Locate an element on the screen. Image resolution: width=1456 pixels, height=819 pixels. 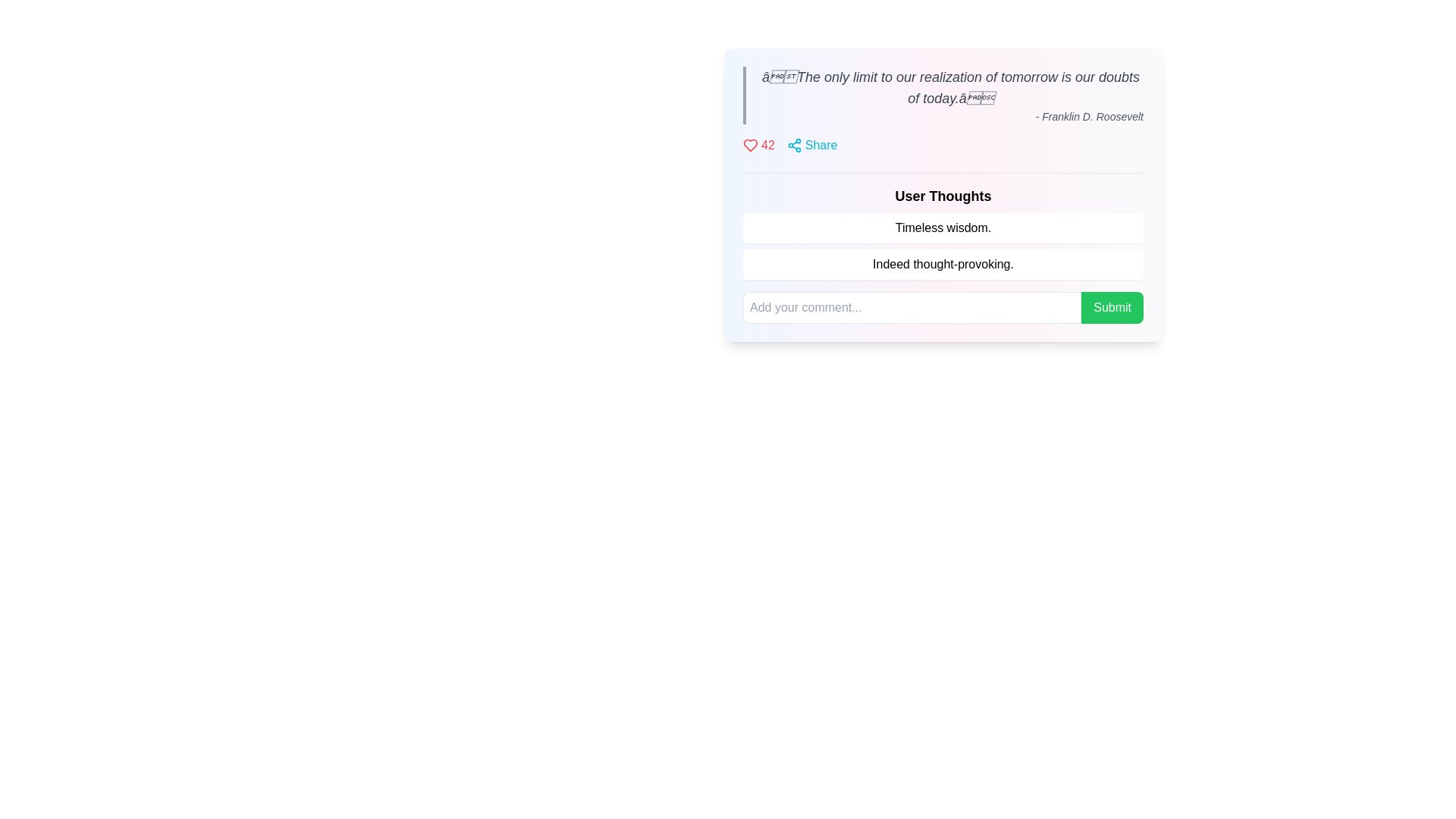
the Text Display element that conveys the content 'Indeed thought-provoking.', located under the heading 'User Thoughts.' is located at coordinates (942, 263).